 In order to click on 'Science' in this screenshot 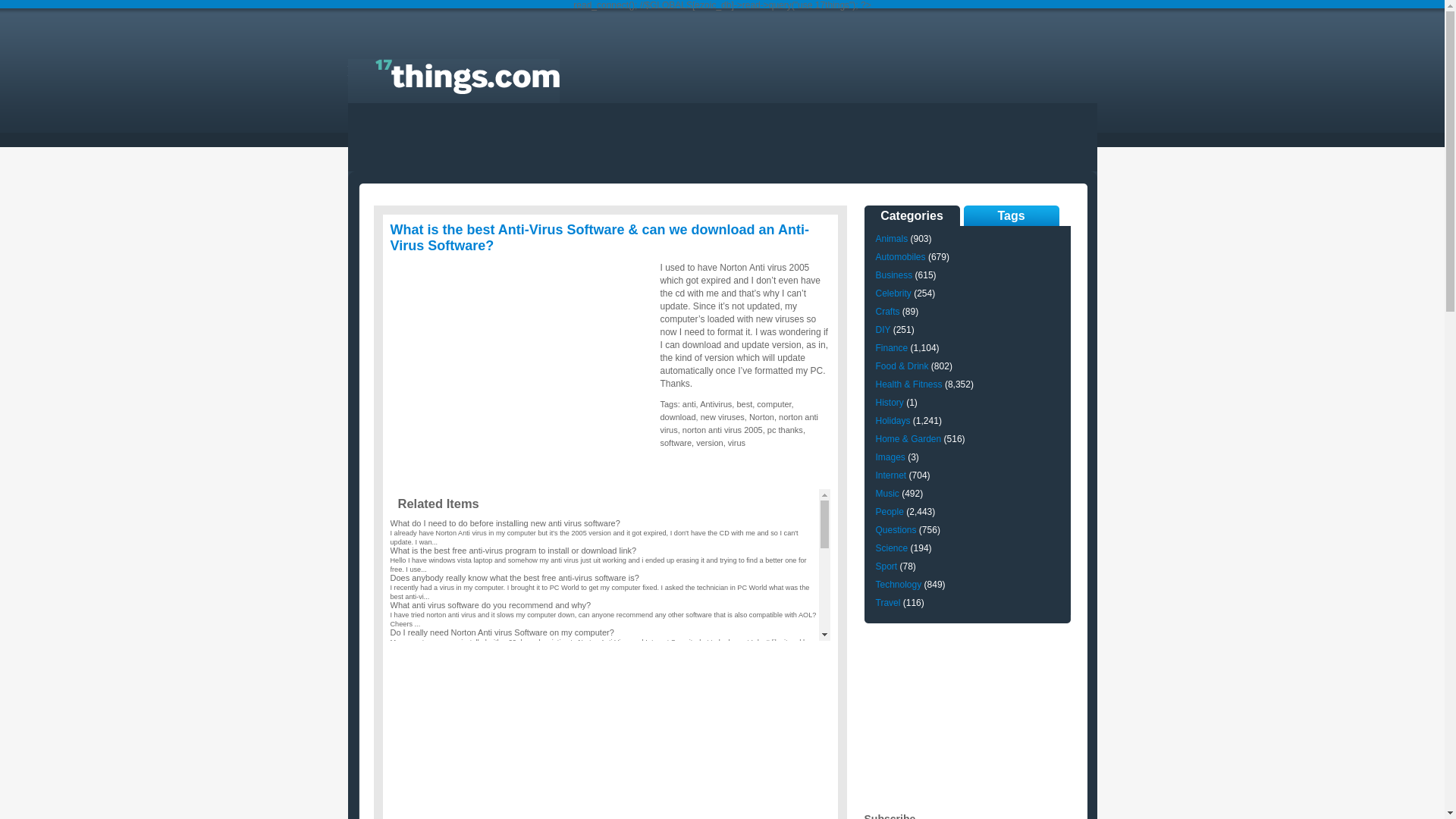, I will do `click(891, 548)`.